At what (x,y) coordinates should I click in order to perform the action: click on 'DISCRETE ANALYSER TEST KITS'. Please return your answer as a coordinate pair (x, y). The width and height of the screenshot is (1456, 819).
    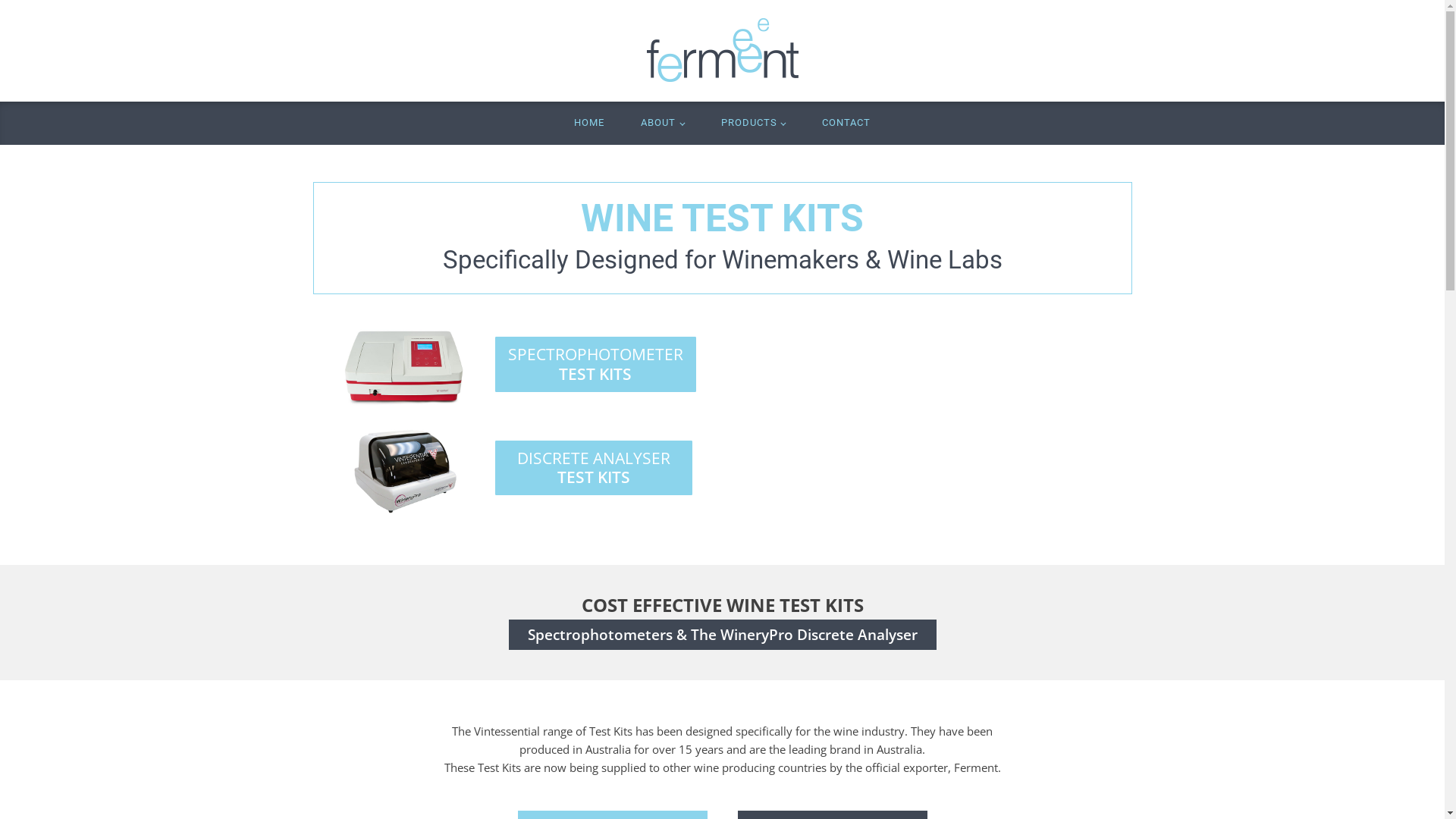
    Looking at the image, I should click on (592, 467).